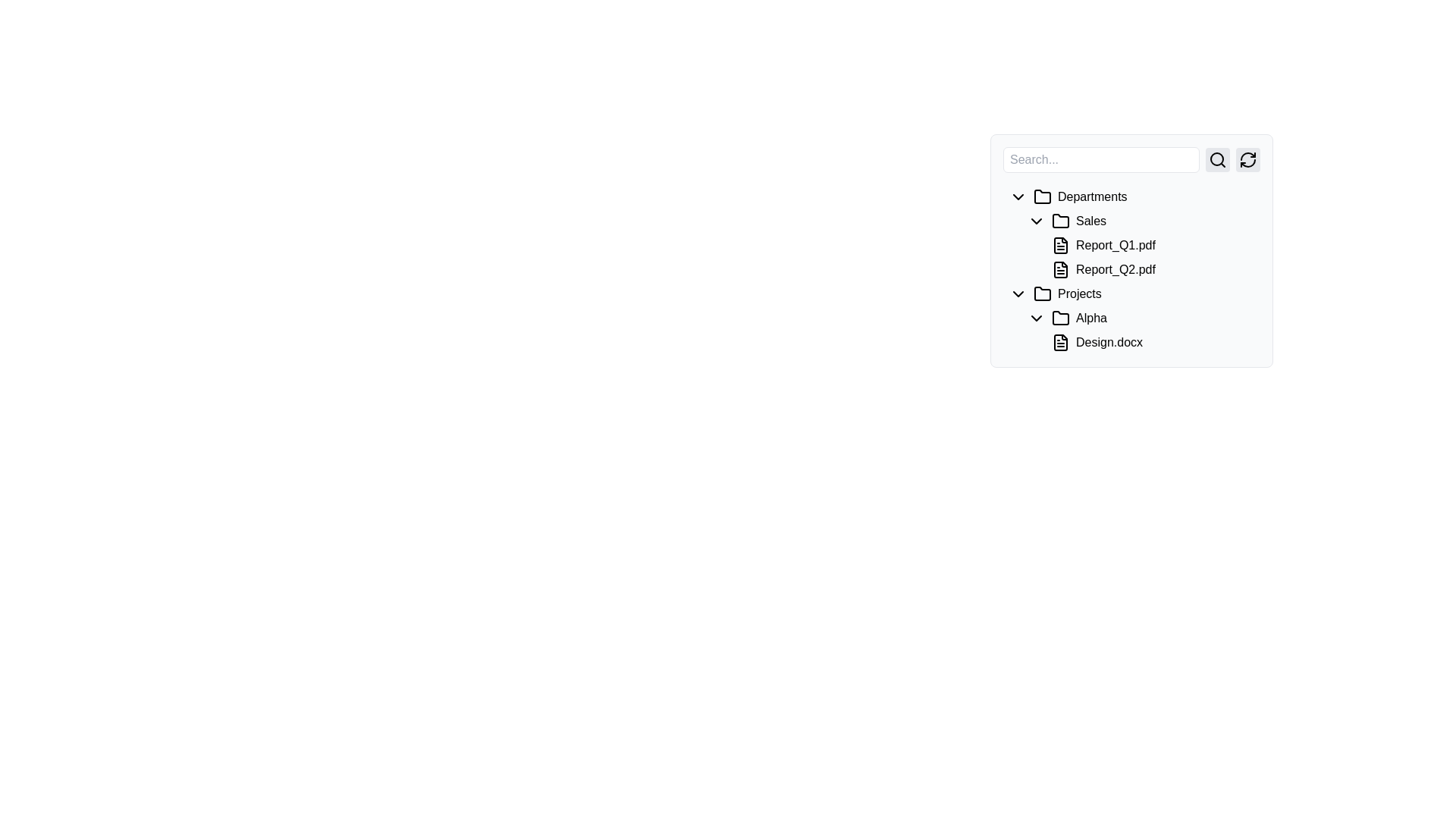 This screenshot has width=1456, height=819. I want to click on the Chevron Down icon, so click(1018, 294).